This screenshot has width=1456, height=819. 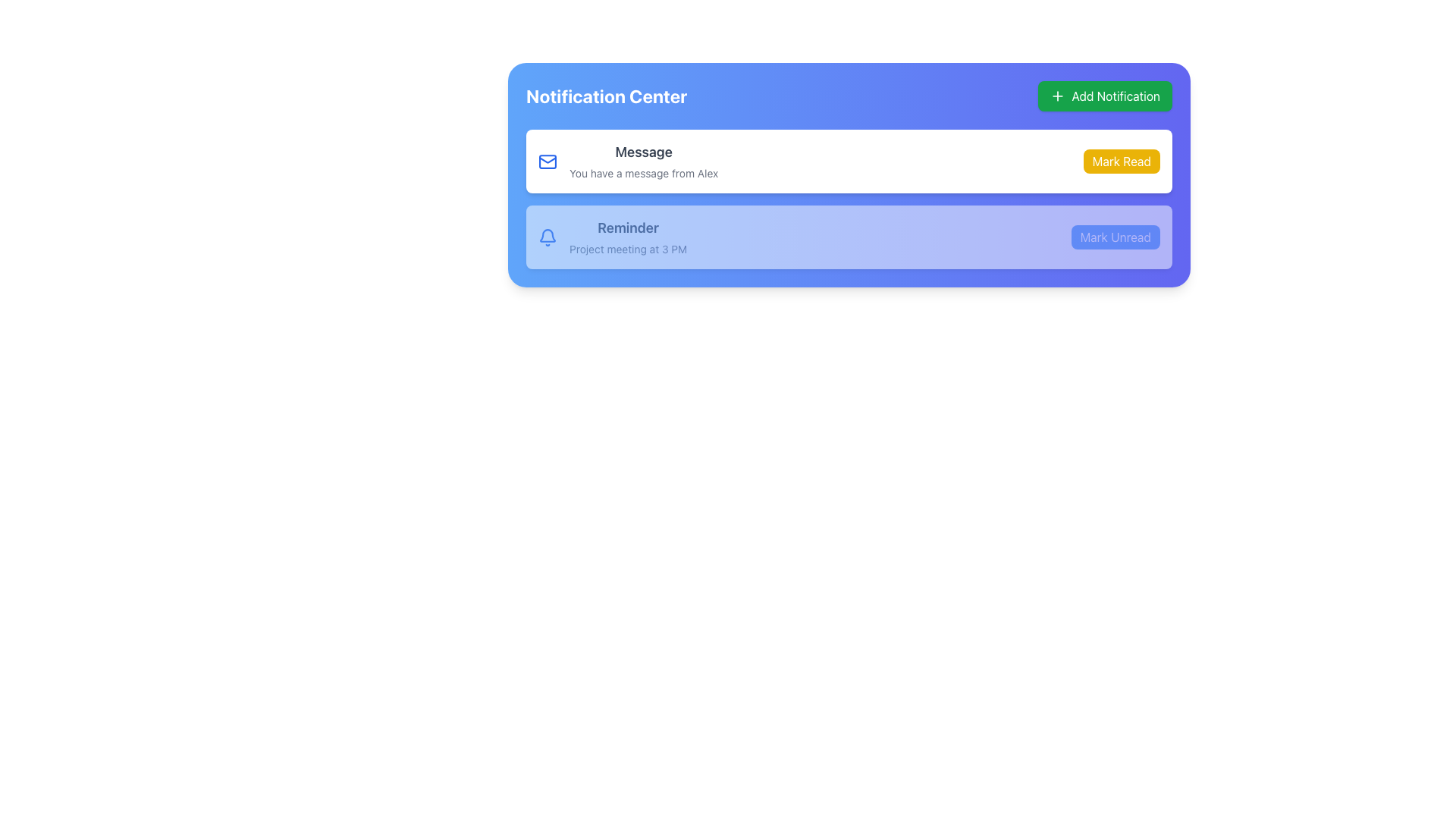 What do you see at coordinates (628, 237) in the screenshot?
I see `text content of the 'Reminder' notification which displays 'Reminder' in bold and 'Project meeting at 3 PM' below it` at bounding box center [628, 237].